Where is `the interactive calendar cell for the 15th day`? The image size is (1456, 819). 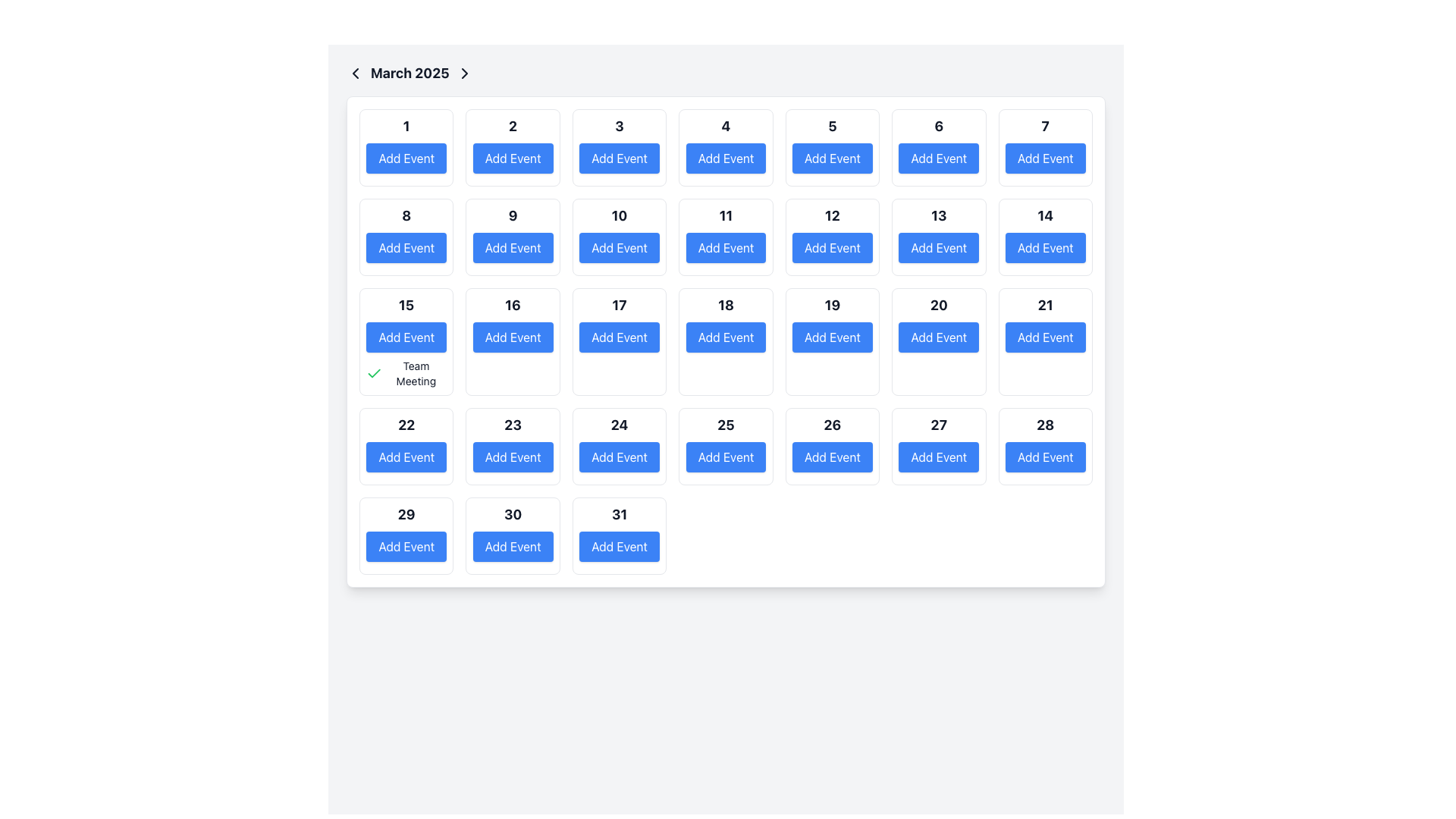
the interactive calendar cell for the 15th day is located at coordinates (406, 342).